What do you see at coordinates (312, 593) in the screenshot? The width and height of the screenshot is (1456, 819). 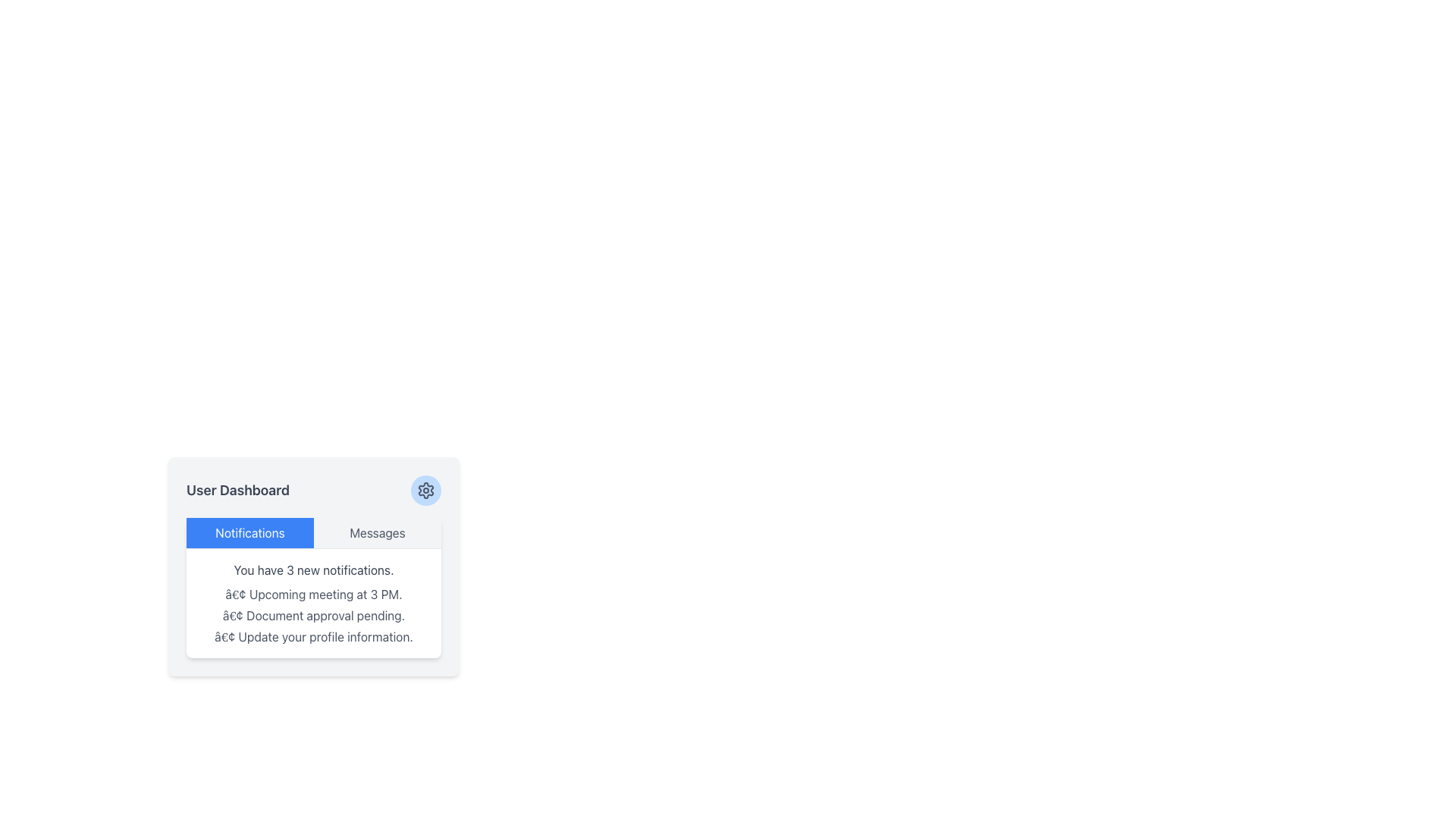 I see `the static text element displaying the message "• Upcoming meeting at 3 PM." which is part of the notifications list on the User Dashboard card` at bounding box center [312, 593].